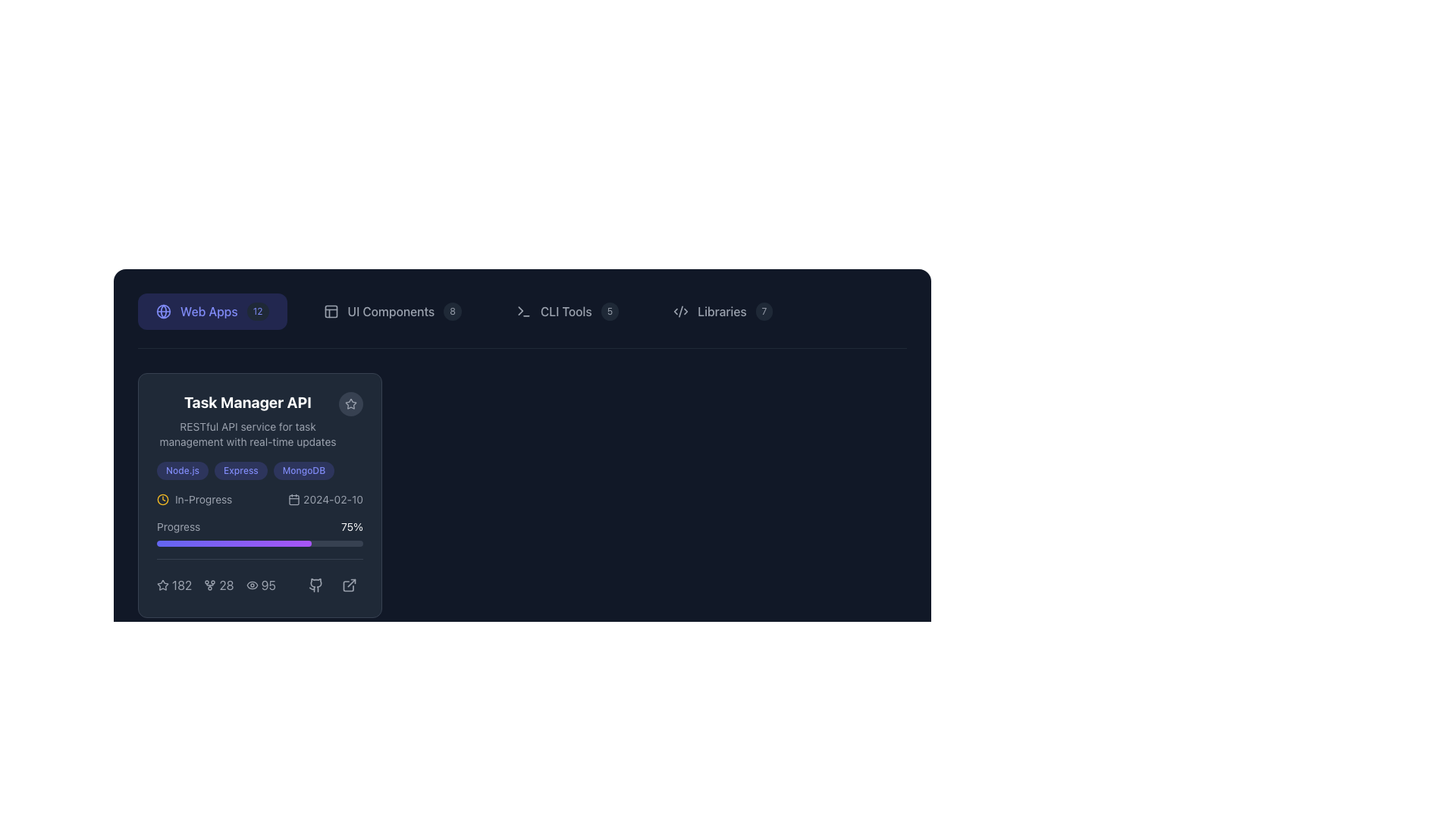  What do you see at coordinates (452, 311) in the screenshot?
I see `the badge component displaying the number '8', which indicates a count or status associated with the 'UI Components' section` at bounding box center [452, 311].